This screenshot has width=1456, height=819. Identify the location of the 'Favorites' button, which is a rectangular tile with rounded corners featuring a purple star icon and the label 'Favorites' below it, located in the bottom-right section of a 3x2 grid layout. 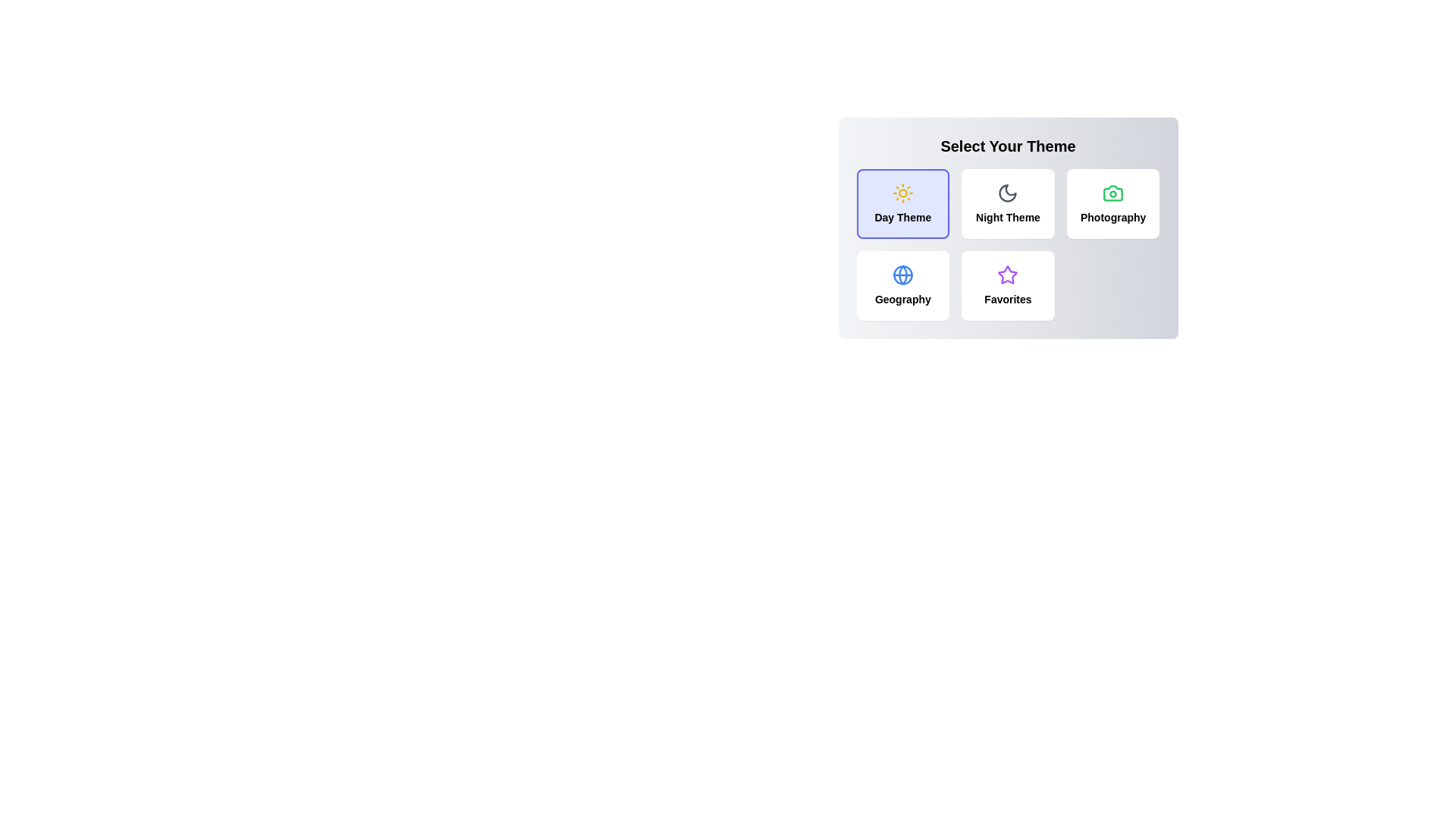
(1008, 286).